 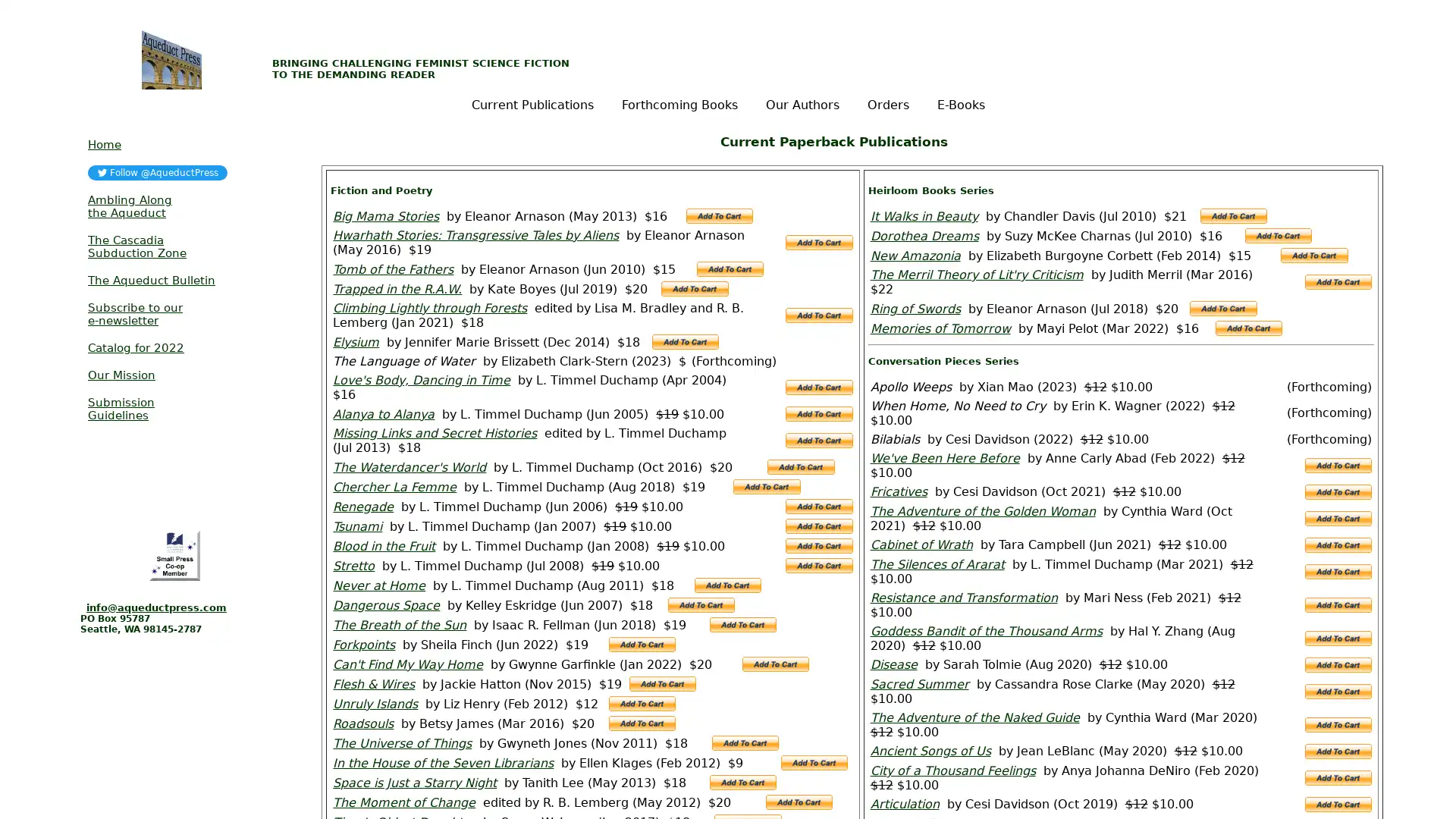 I want to click on Make payments with PayPal - it\'s fast, free and secure!, so click(x=818, y=526).